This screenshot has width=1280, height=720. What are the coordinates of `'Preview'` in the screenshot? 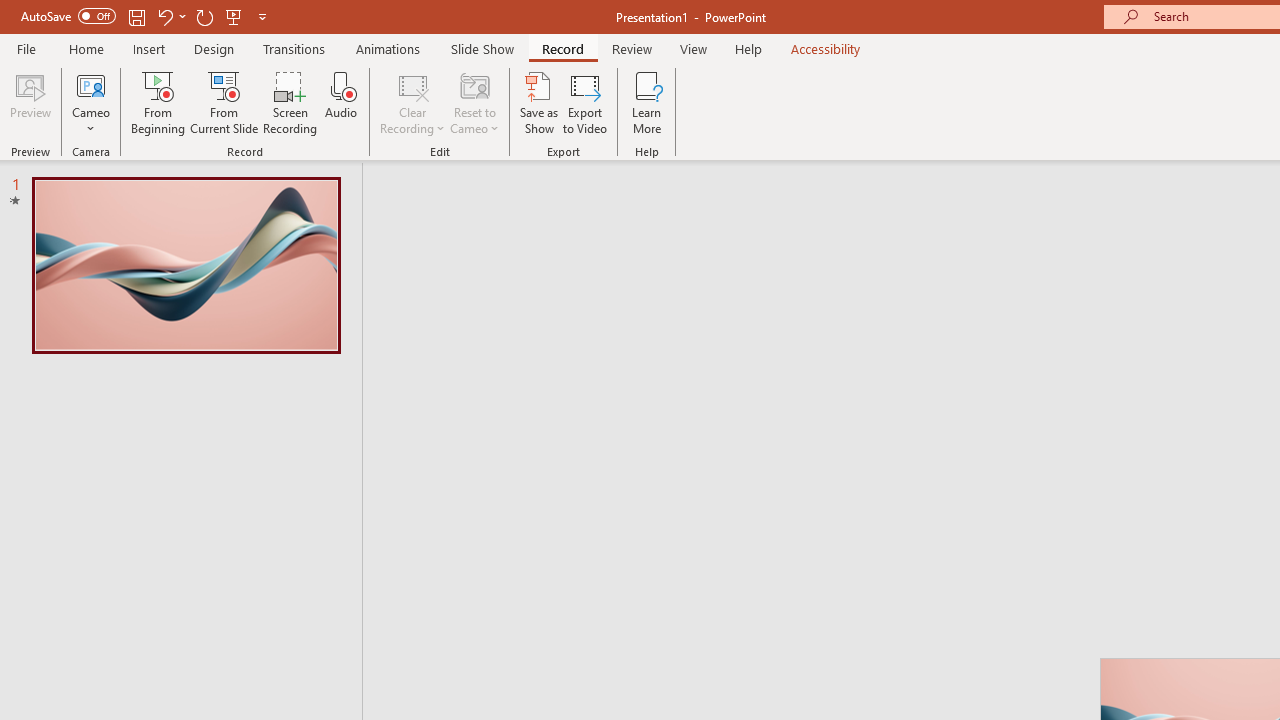 It's located at (30, 103).